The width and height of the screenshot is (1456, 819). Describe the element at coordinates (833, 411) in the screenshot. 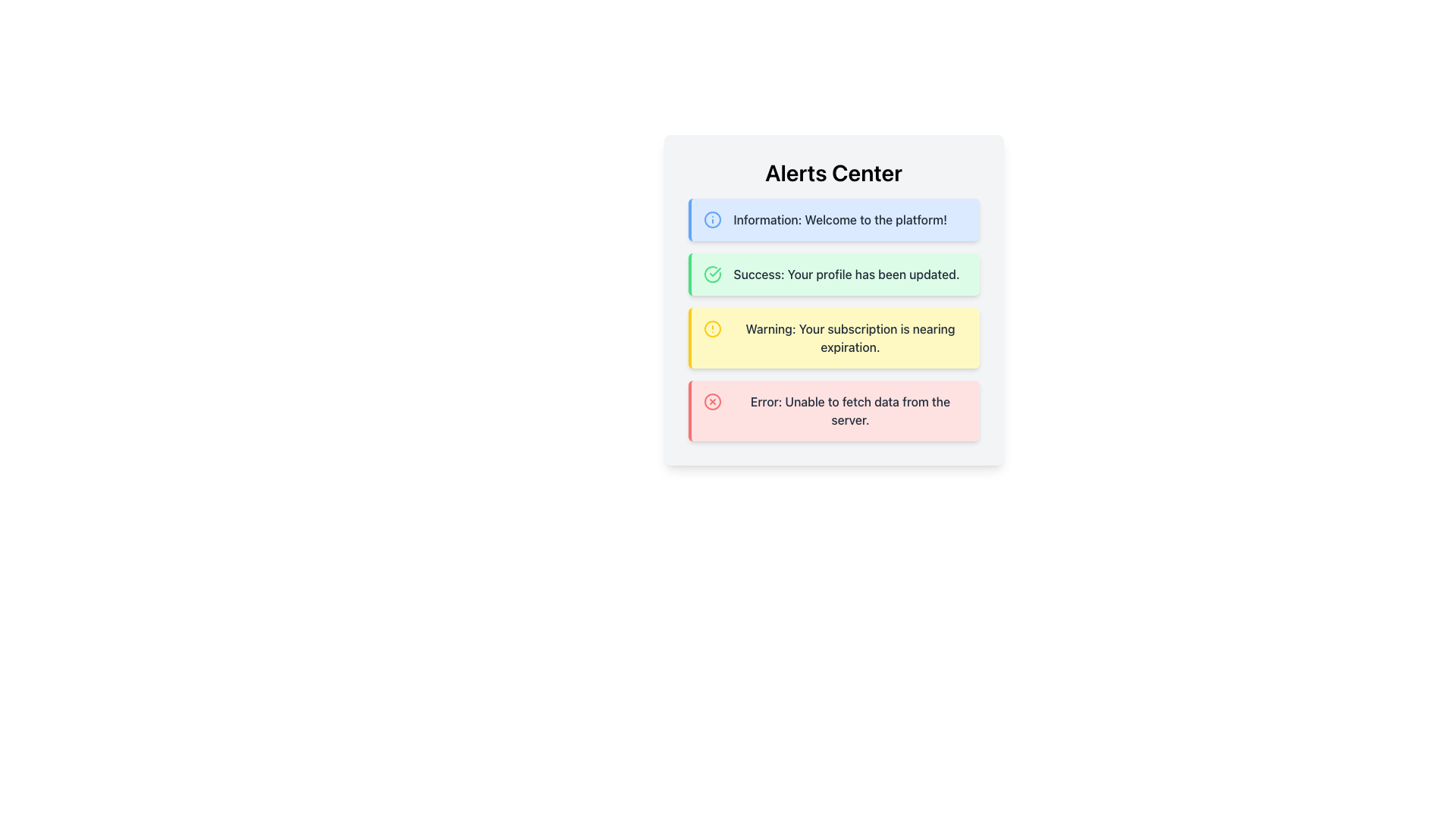

I see `error message from the fourth alert message box in the 'Alerts Center' section, which indicates a failure to fetch data from the server` at that location.